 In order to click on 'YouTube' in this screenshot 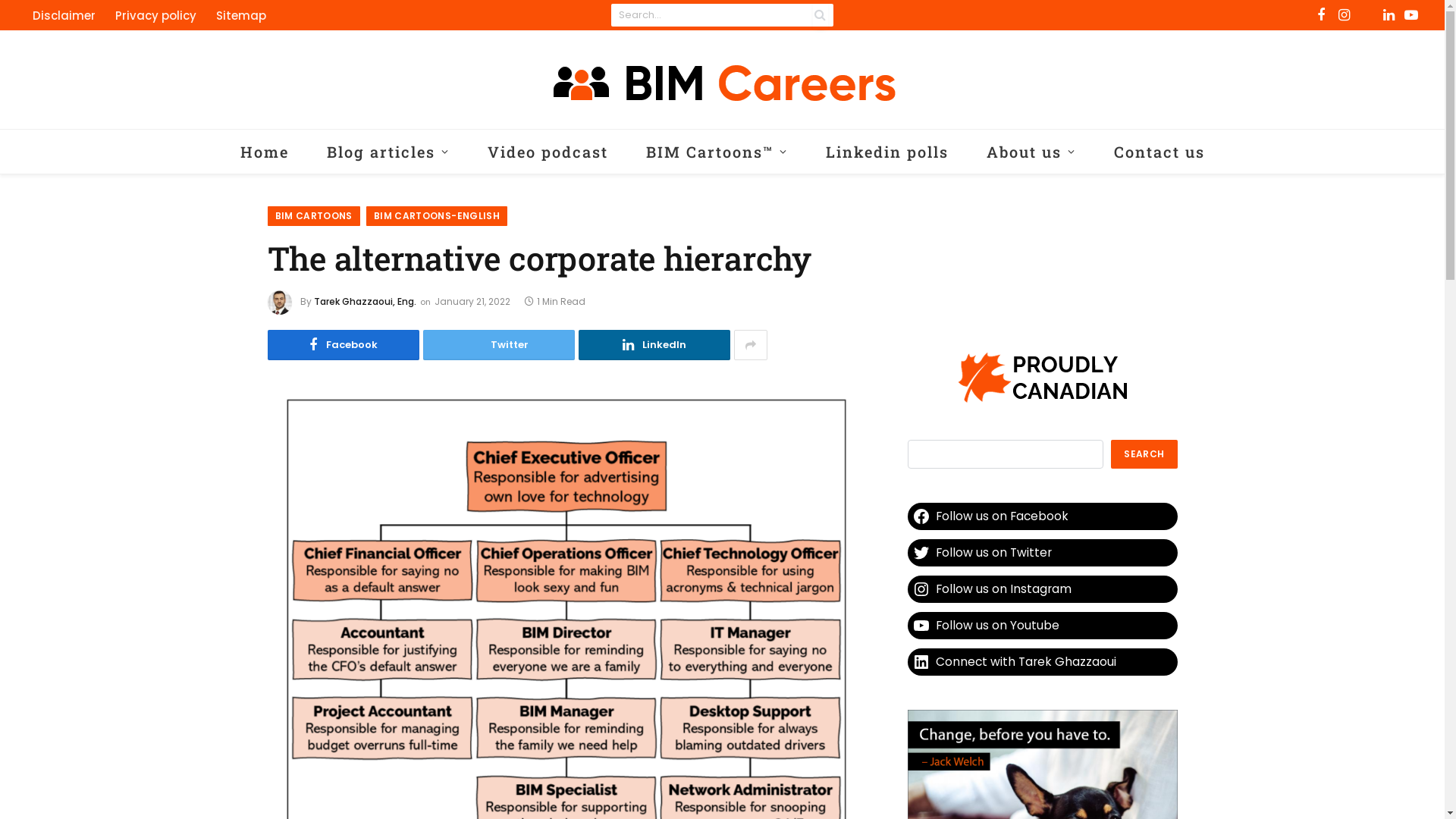, I will do `click(1410, 14)`.